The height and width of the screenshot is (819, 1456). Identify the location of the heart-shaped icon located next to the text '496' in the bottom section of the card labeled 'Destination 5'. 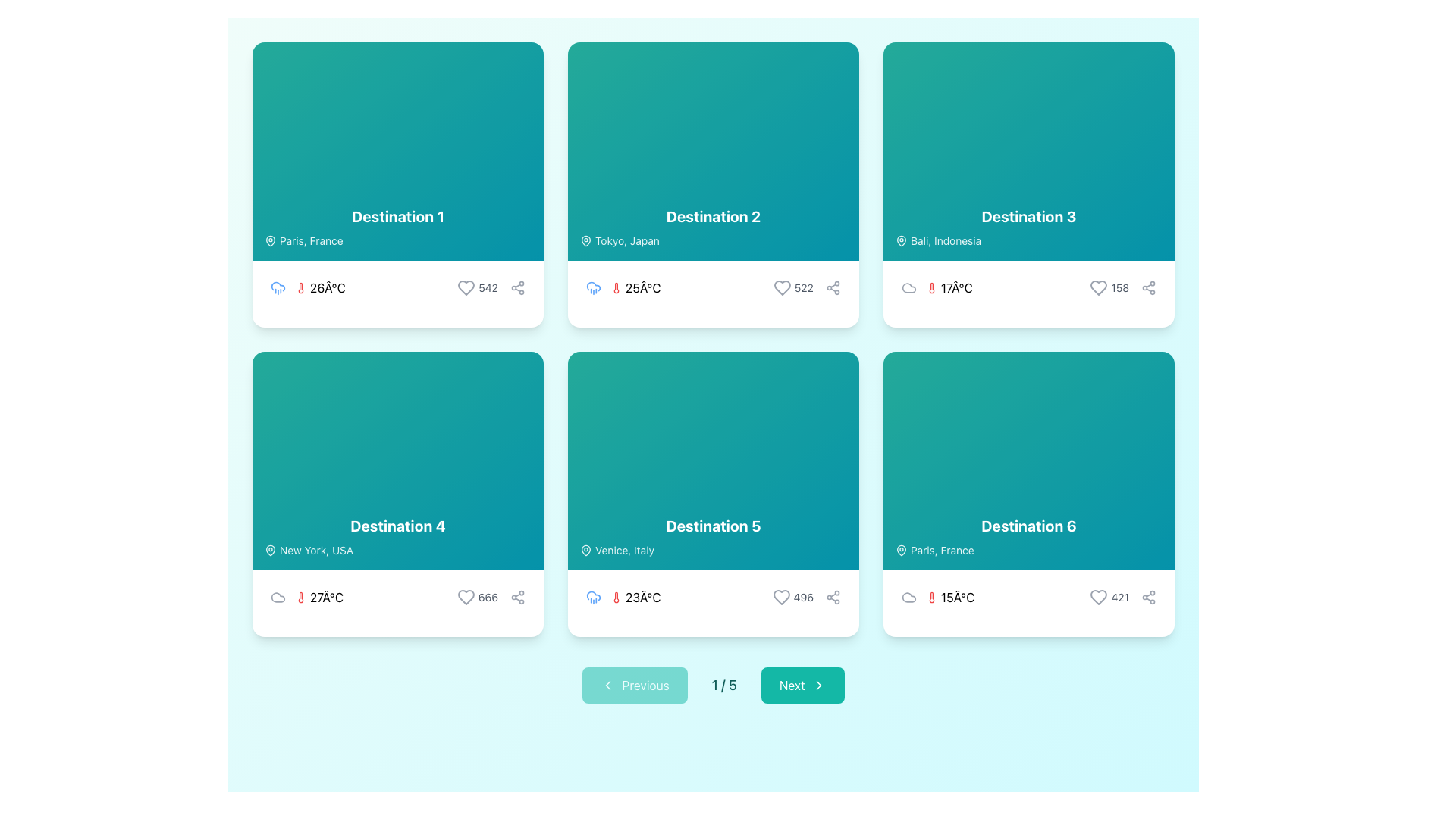
(781, 596).